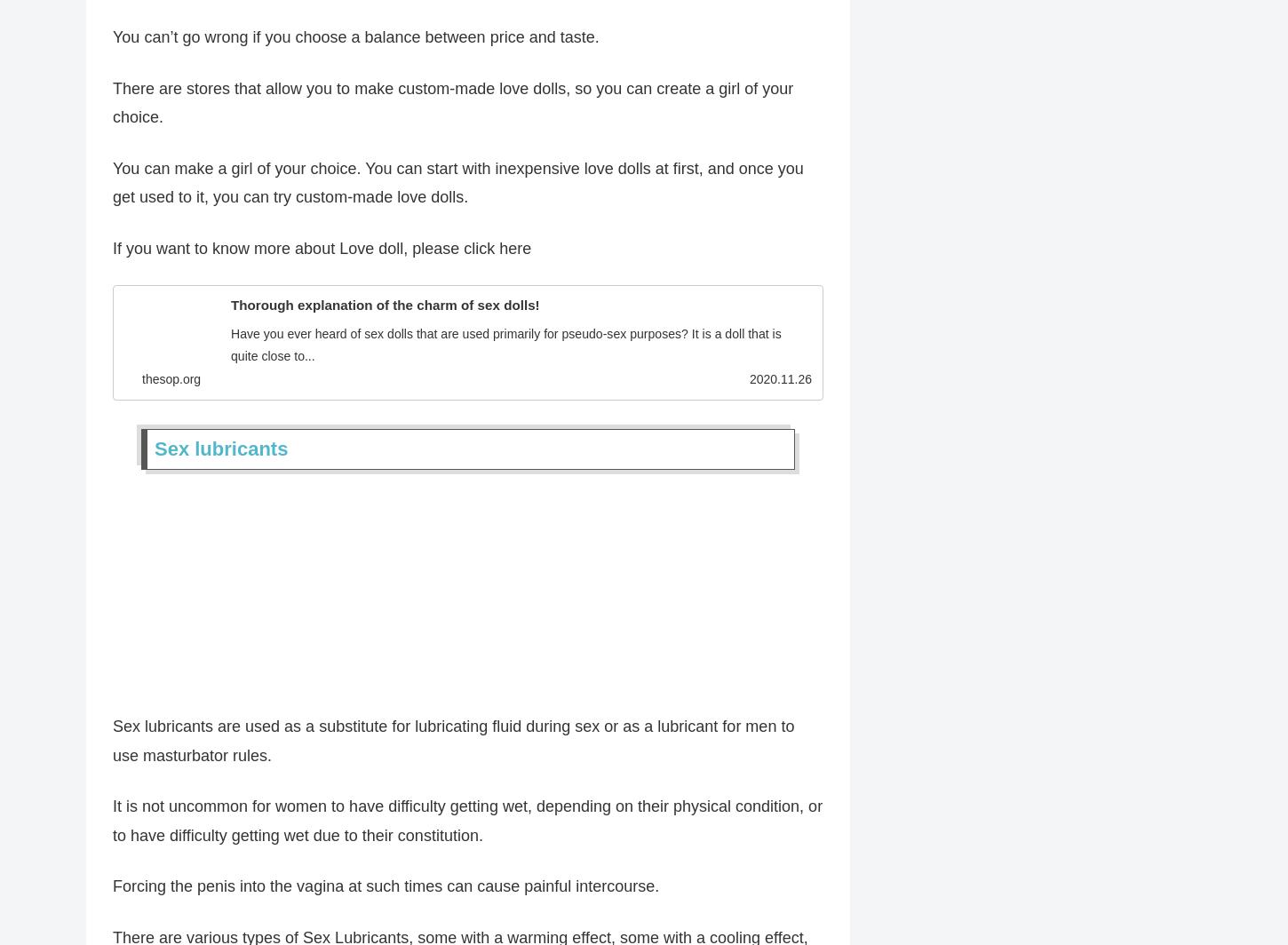  What do you see at coordinates (170, 383) in the screenshot?
I see `'thesop.org'` at bounding box center [170, 383].